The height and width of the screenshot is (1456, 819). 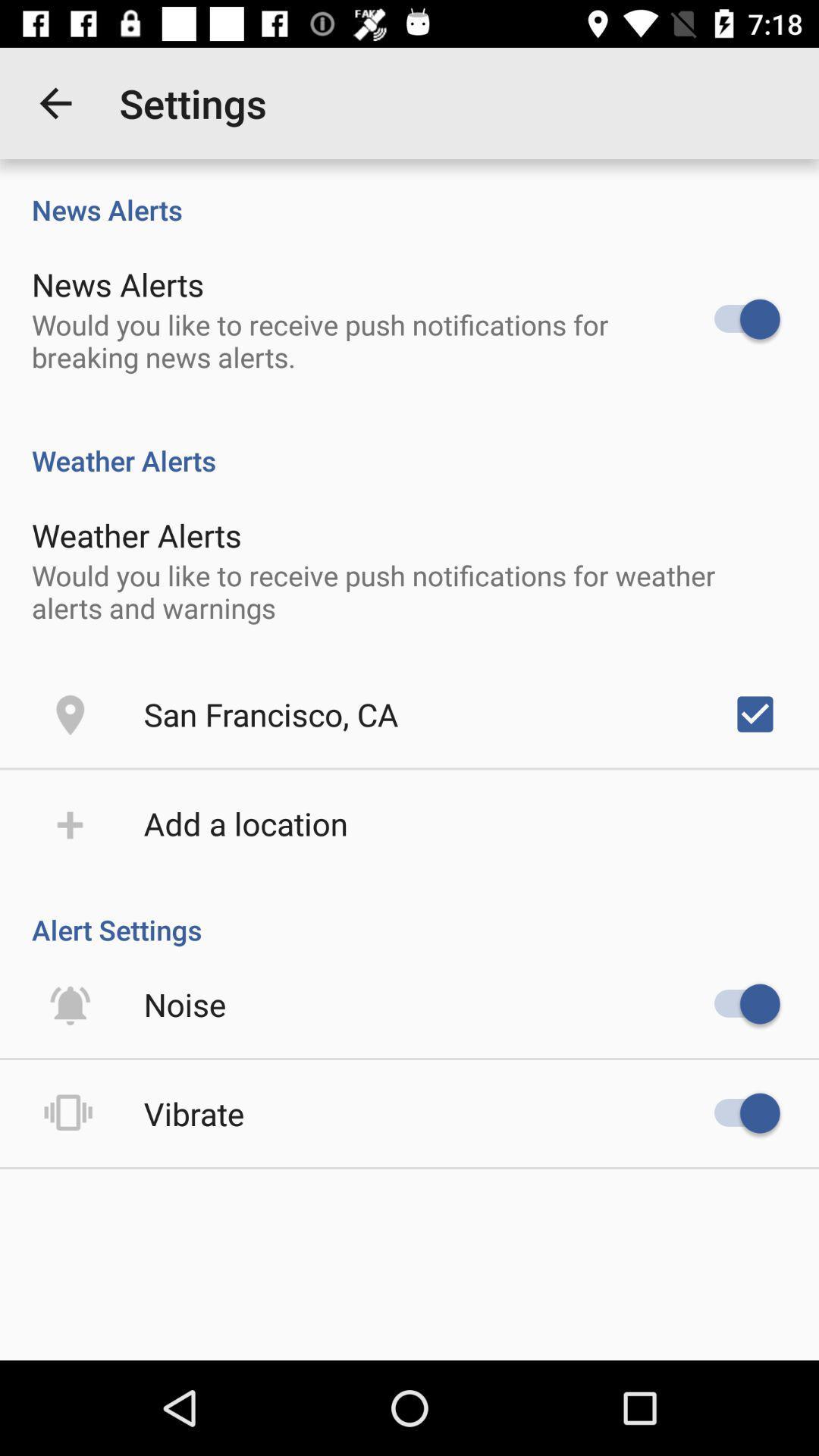 What do you see at coordinates (55, 102) in the screenshot?
I see `the icon above news alerts item` at bounding box center [55, 102].